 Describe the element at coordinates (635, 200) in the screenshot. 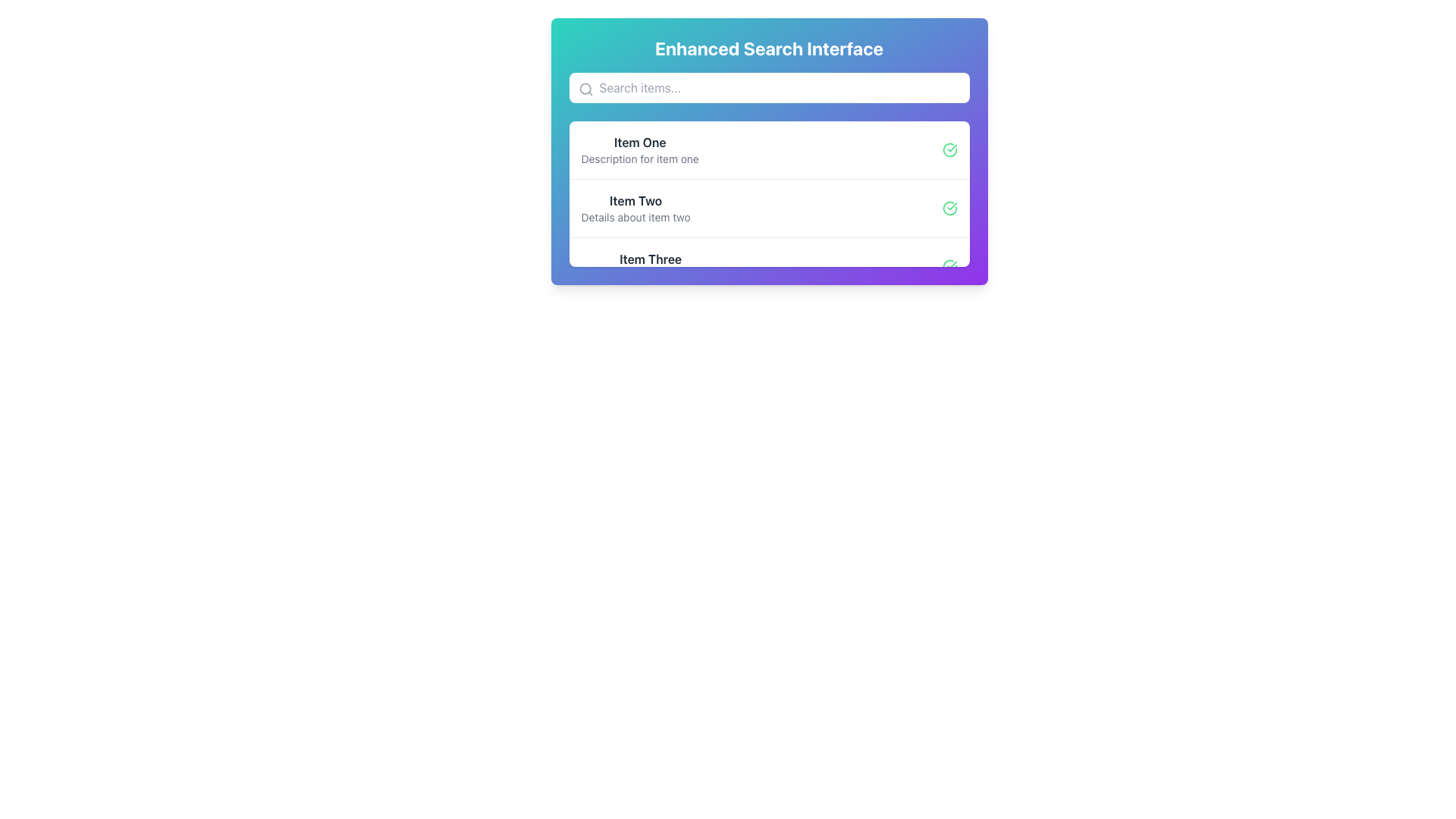

I see `the text label displaying 'Item Two' in bold dark gray font, which is positioned above the description 'Details about item two' within the structured list of the 'Enhanced Search Interface'` at that location.